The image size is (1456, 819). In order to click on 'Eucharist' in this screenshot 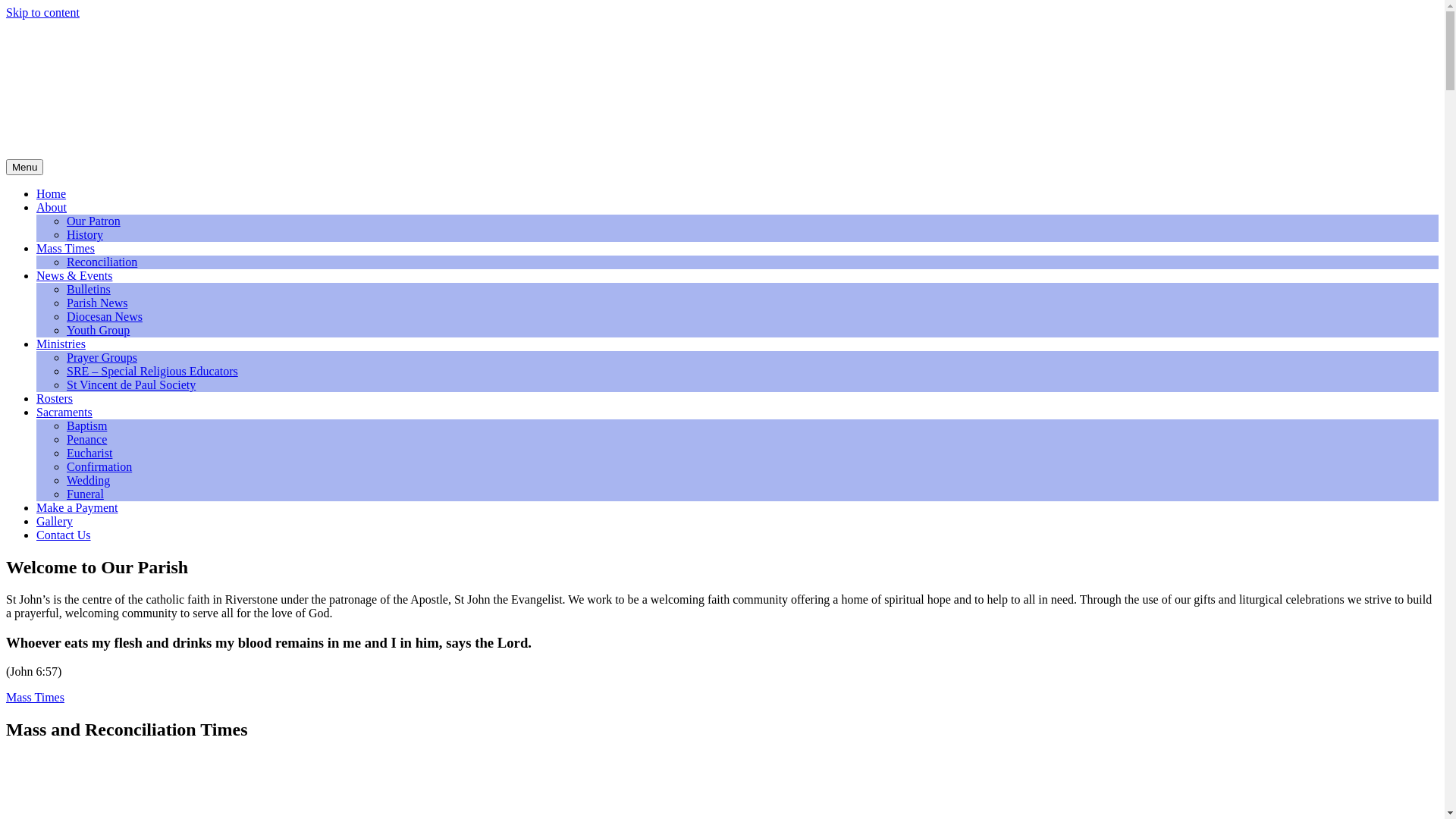, I will do `click(89, 452)`.